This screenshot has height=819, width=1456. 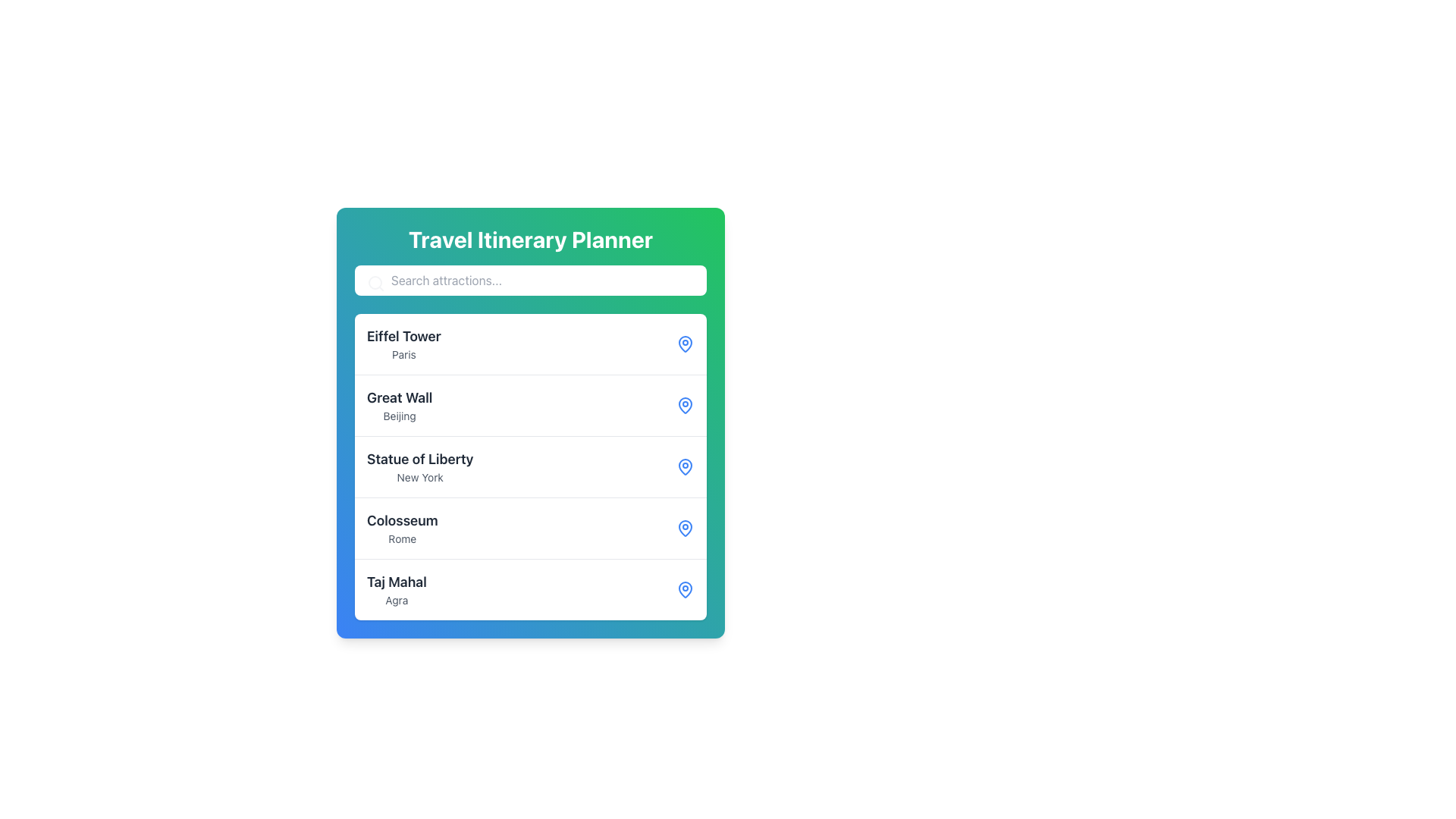 I want to click on the icon that serves as a visual indicator for accessing information related to the location 'Great Wall, Beijing.', so click(x=684, y=405).